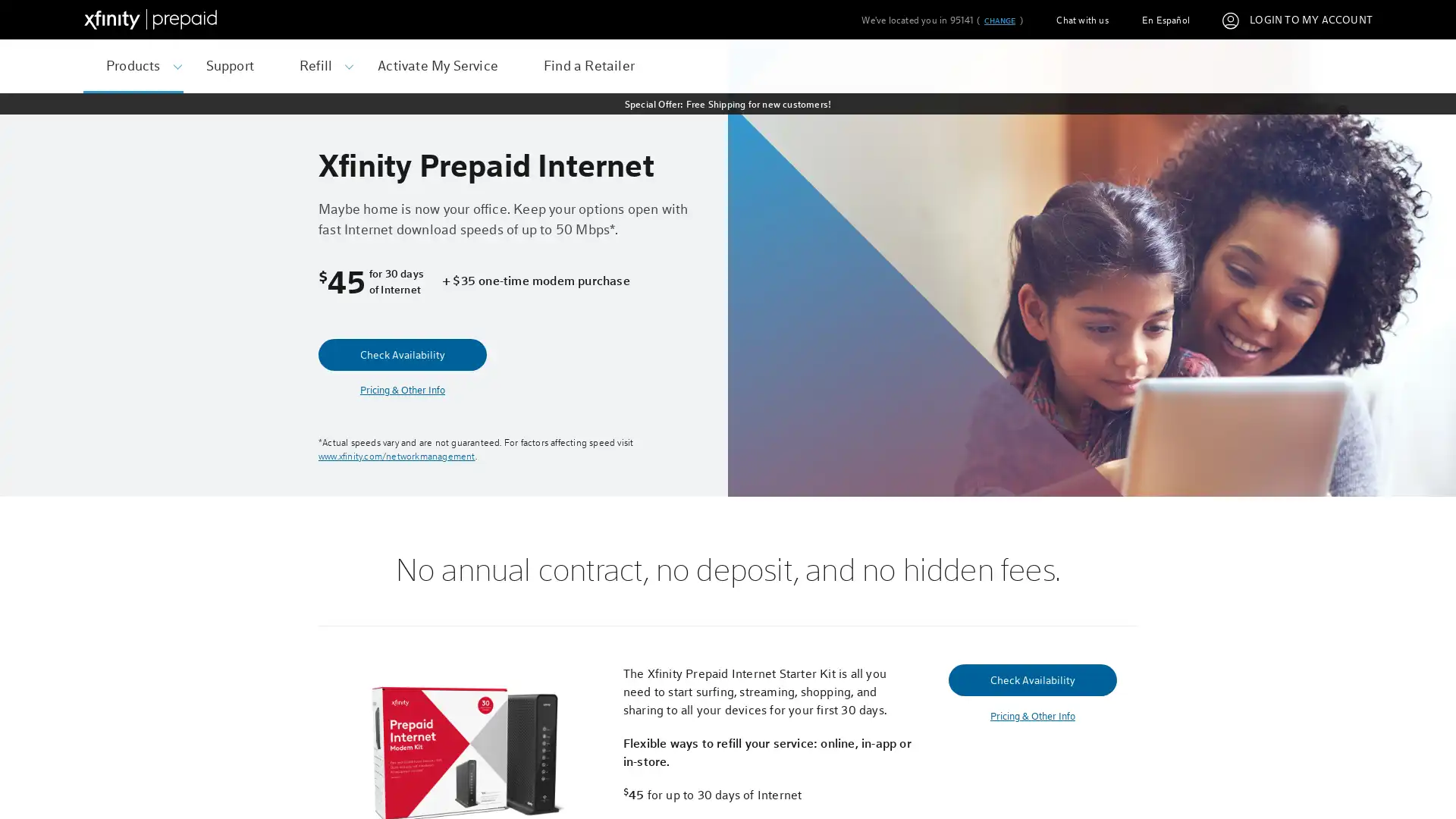 The height and width of the screenshot is (819, 1456). What do you see at coordinates (999, 20) in the screenshot?
I see `CHANGE` at bounding box center [999, 20].